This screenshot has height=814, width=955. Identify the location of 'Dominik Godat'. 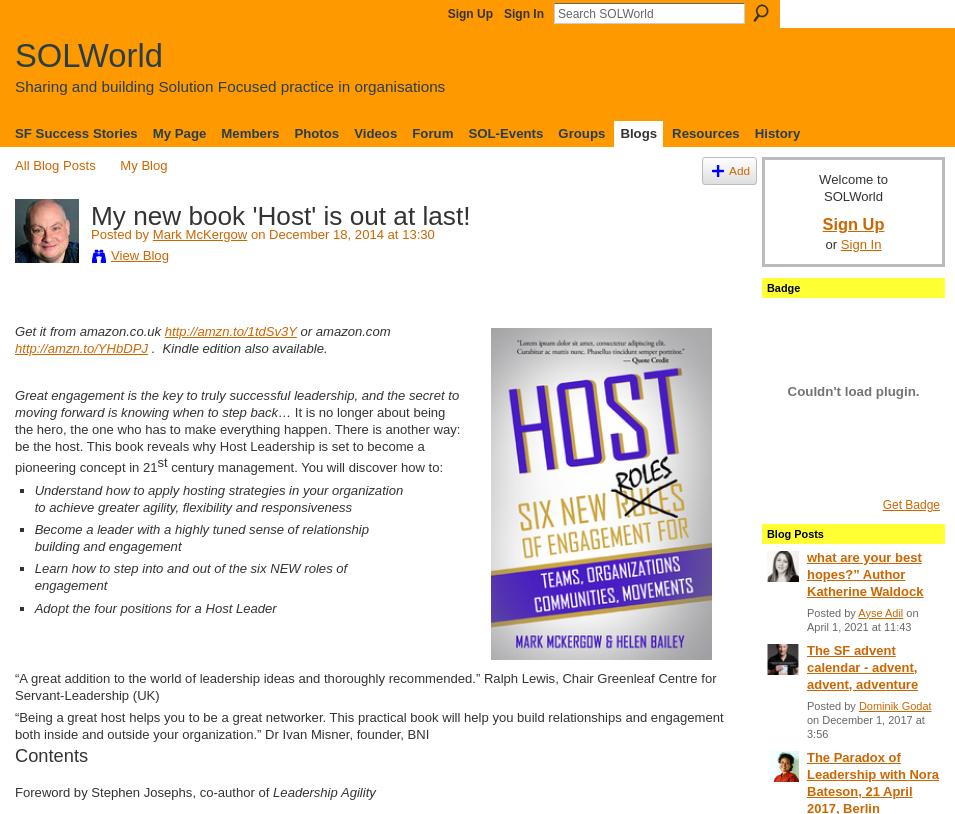
(894, 705).